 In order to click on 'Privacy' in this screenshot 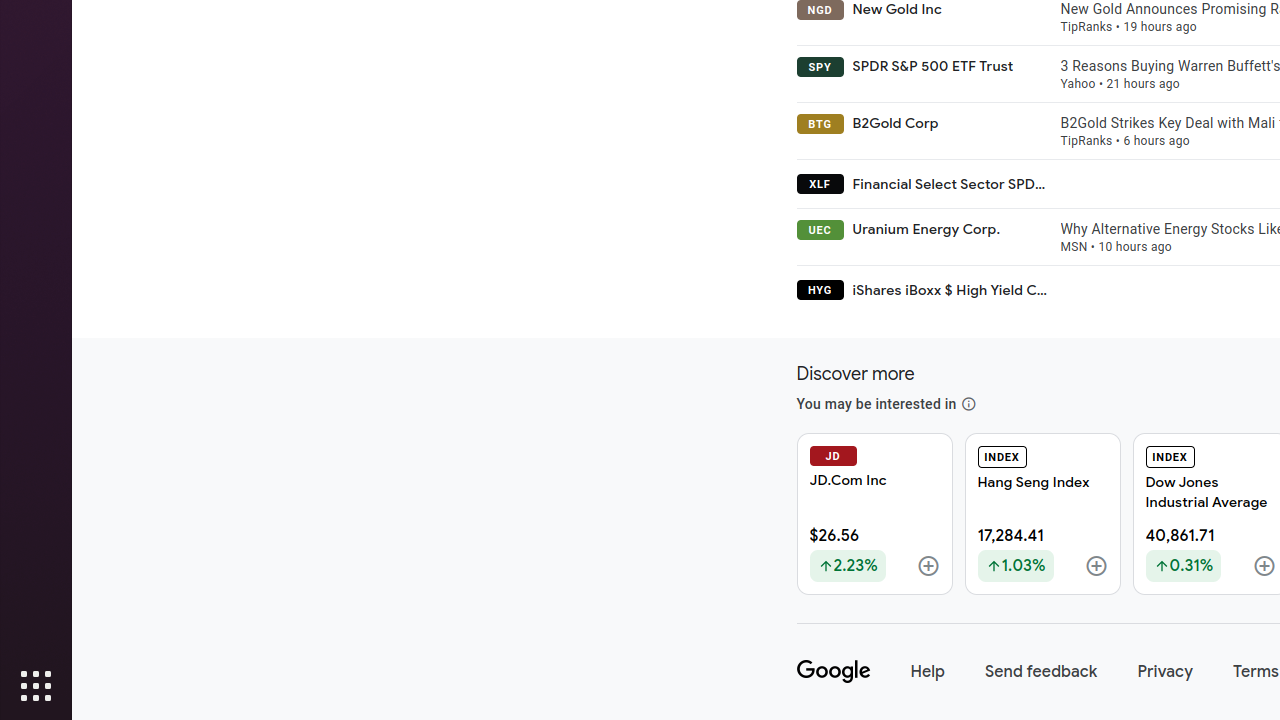, I will do `click(1165, 671)`.